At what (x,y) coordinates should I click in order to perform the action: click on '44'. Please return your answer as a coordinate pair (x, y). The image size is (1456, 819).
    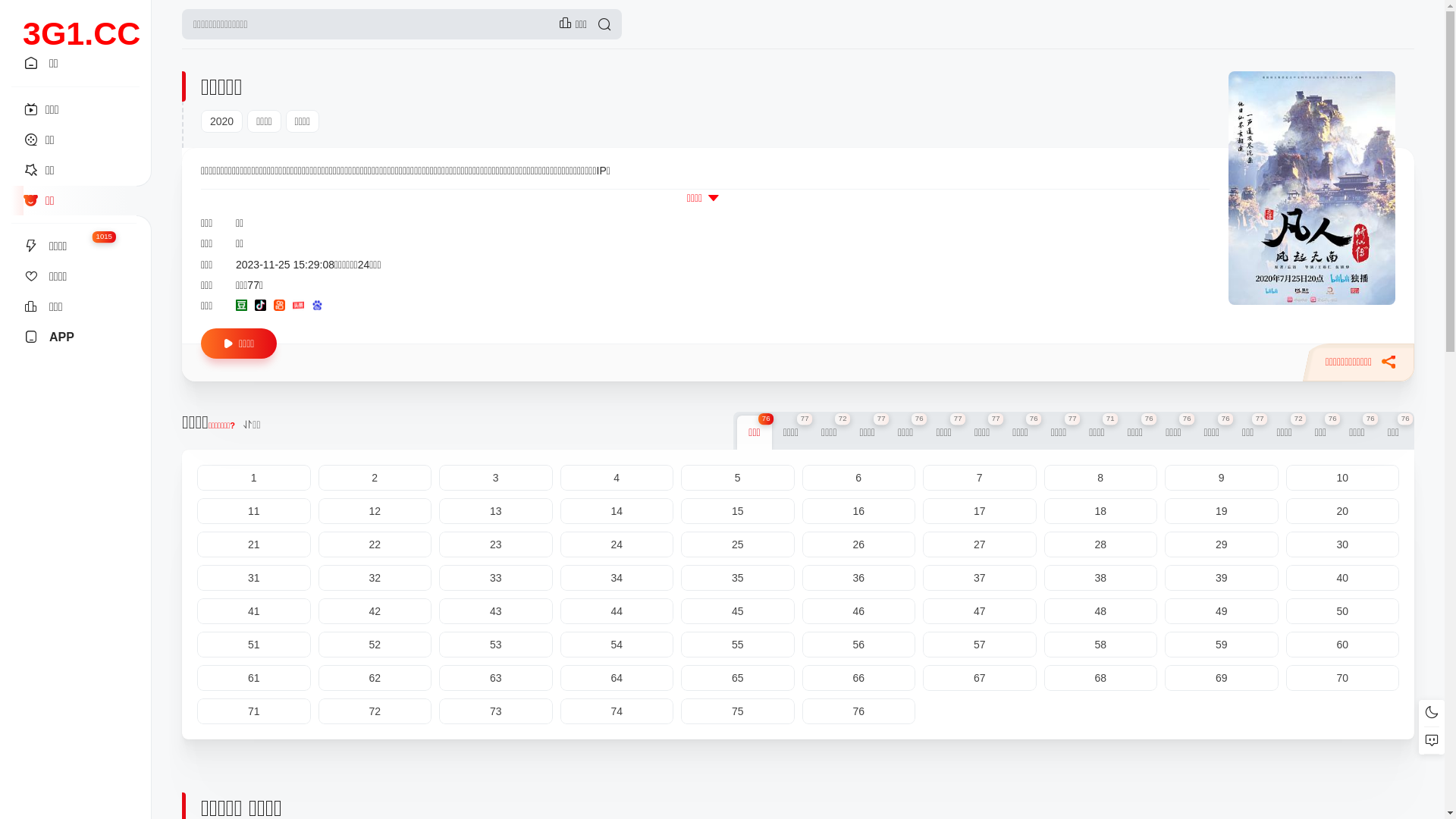
    Looking at the image, I should click on (616, 610).